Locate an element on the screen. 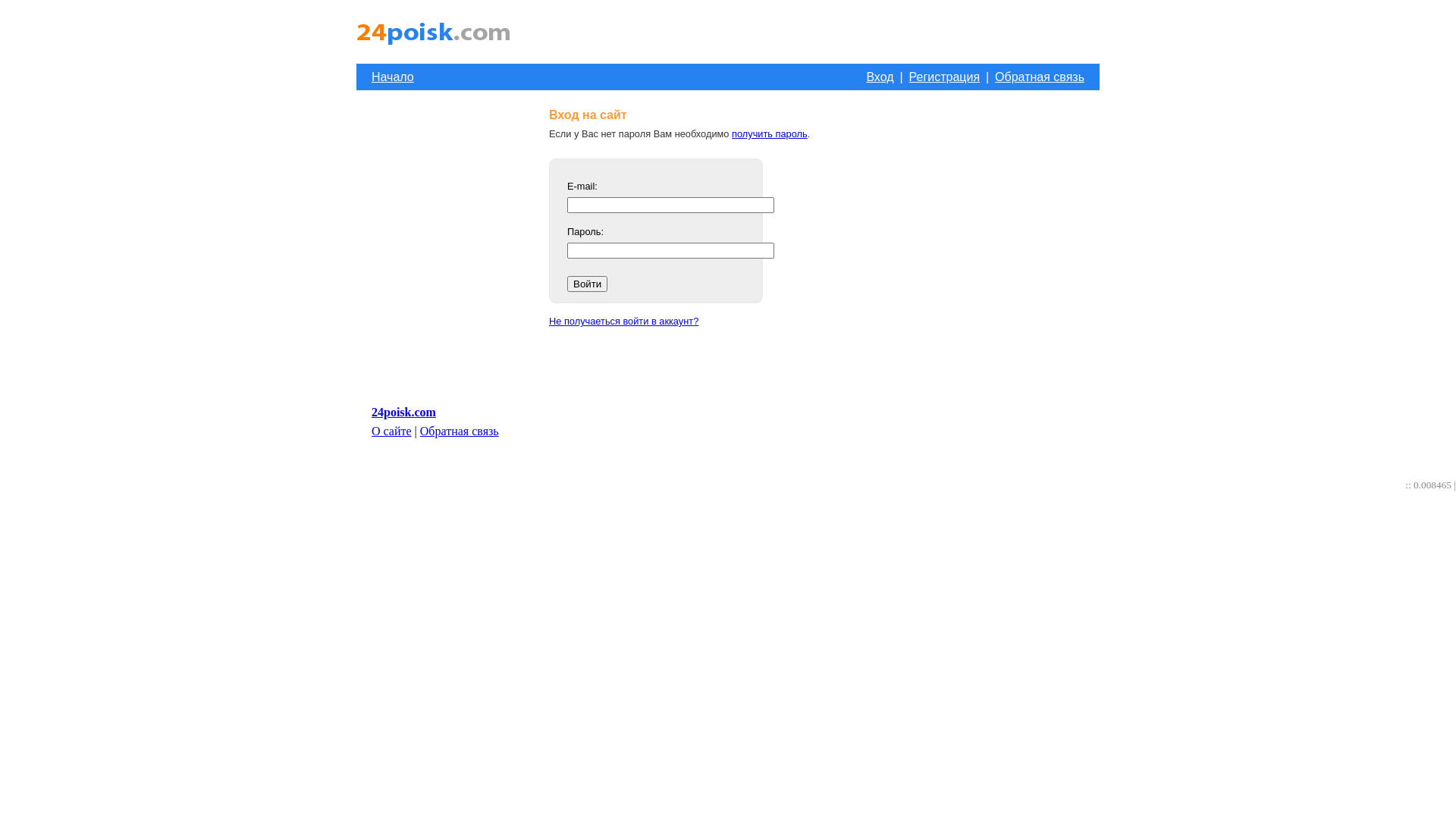 This screenshot has width=1456, height=819. '24poisk.com' is located at coordinates (371, 412).